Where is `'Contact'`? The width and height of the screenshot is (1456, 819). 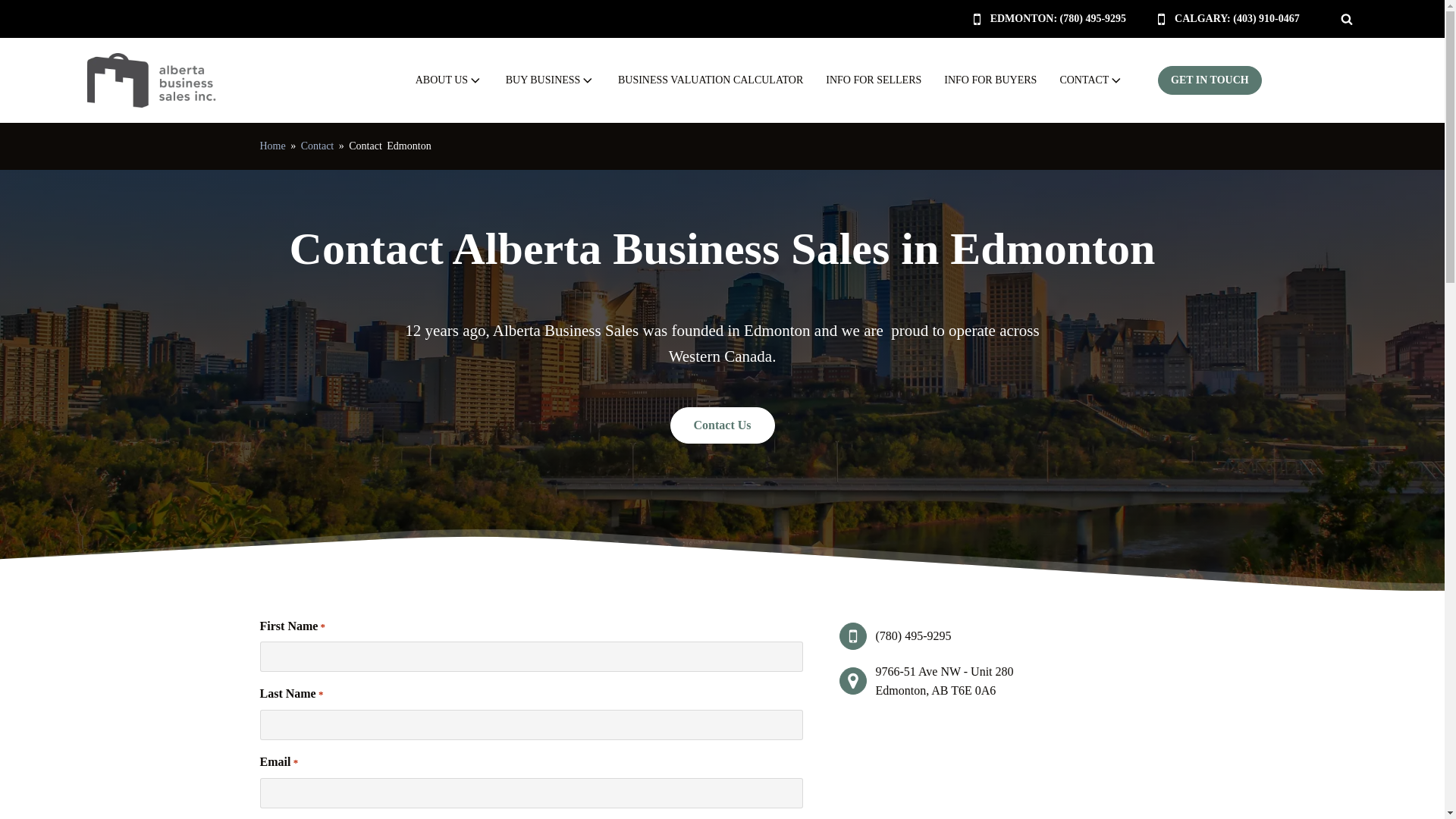 'Contact' is located at coordinates (316, 146).